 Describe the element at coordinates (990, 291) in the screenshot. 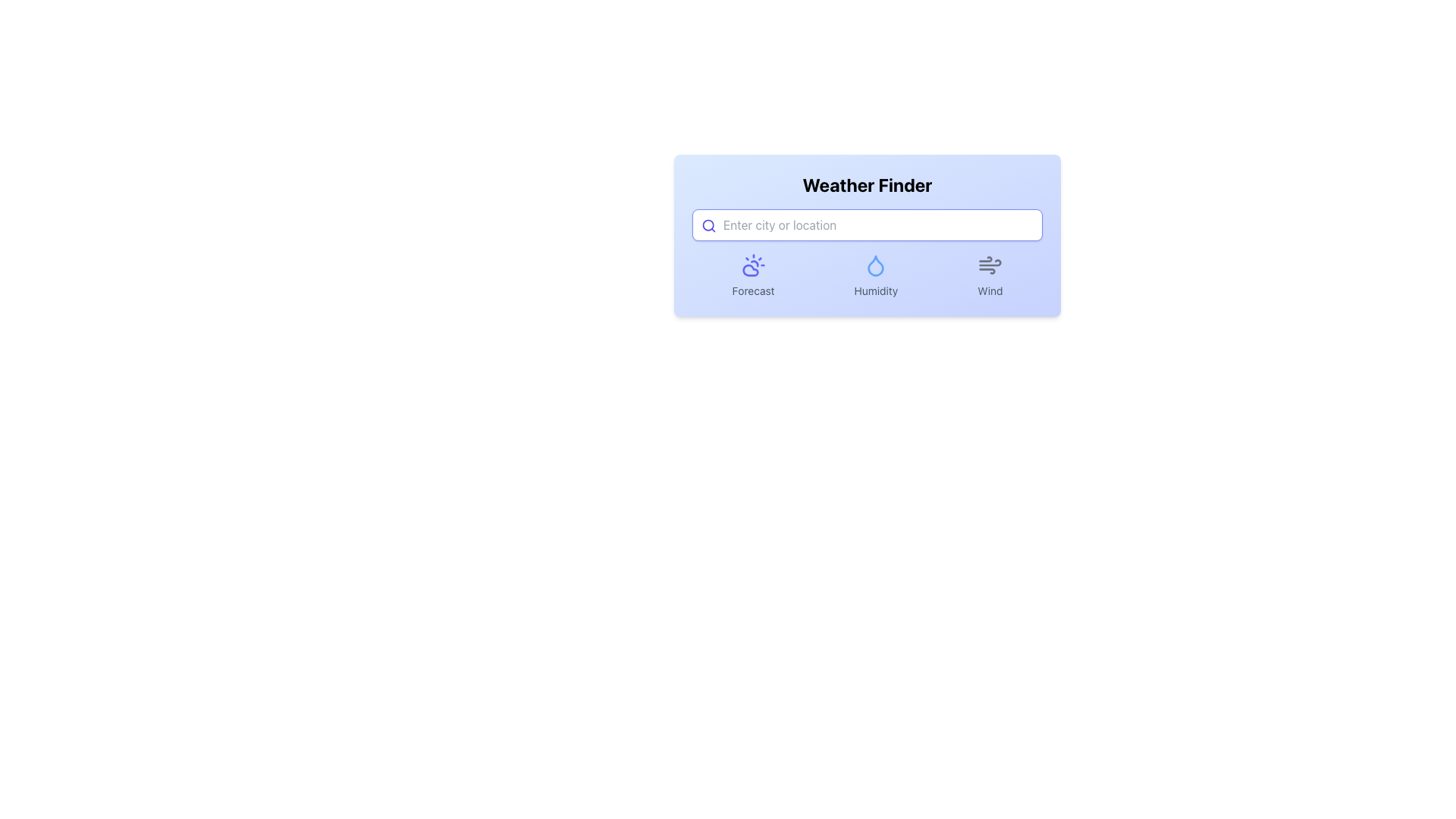

I see `the text label that describes the wind-related section in the weather search interface, located in the bottom-right section below the wind icon` at that location.